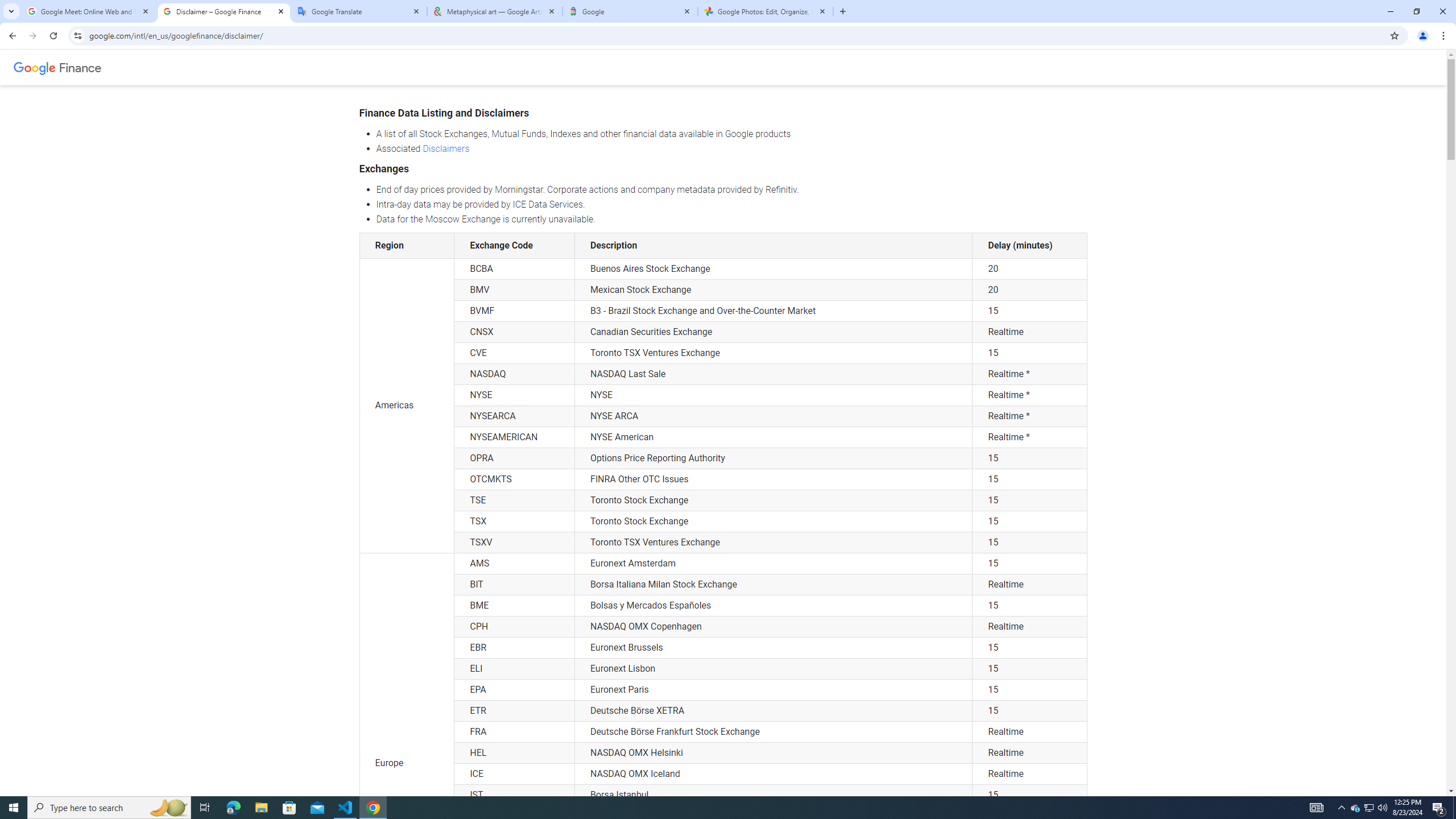  Describe the element at coordinates (514, 626) in the screenshot. I see `'CPH'` at that location.